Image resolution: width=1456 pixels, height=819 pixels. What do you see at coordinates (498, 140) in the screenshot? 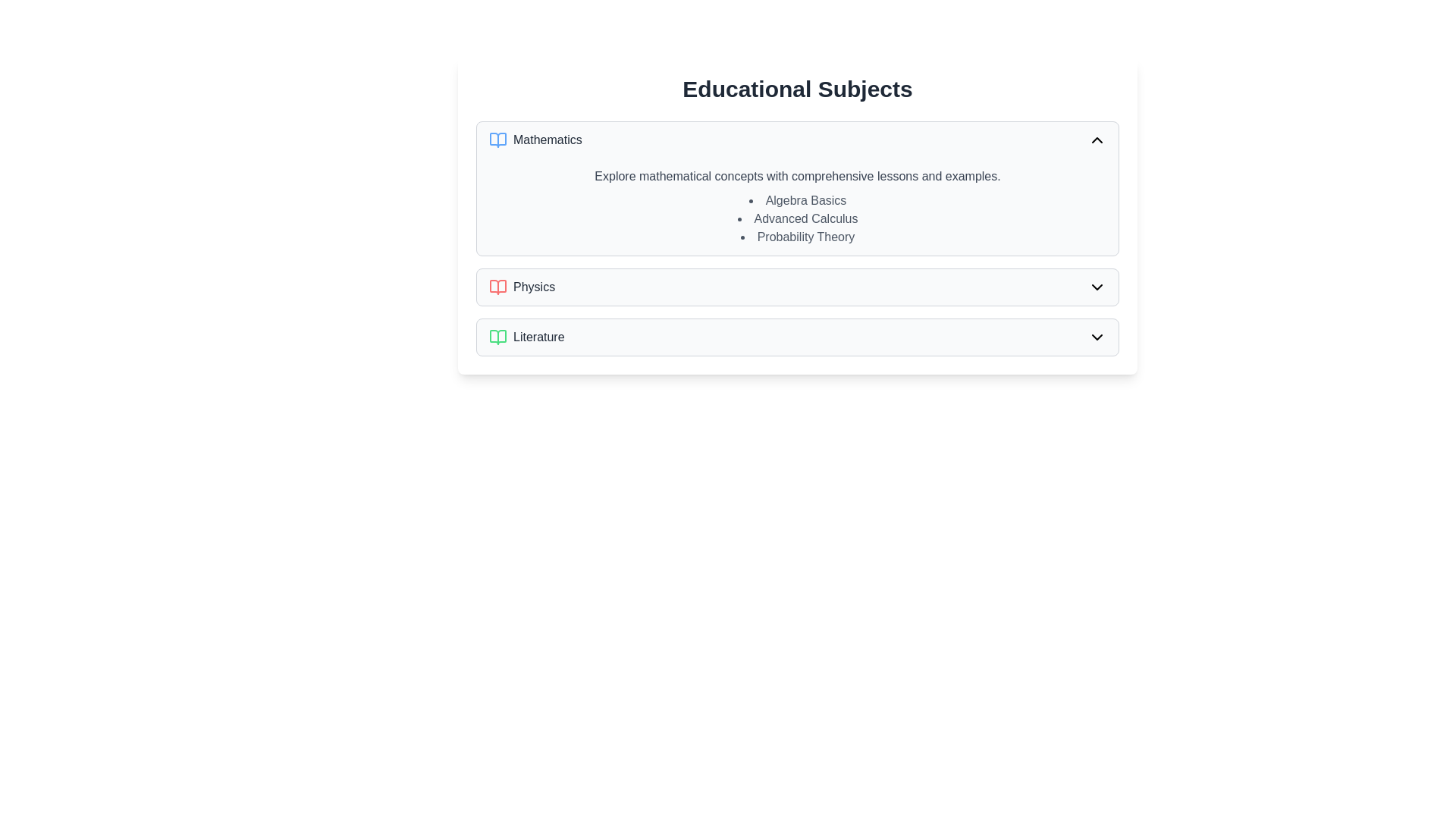
I see `'Mathematics' SVG icon located to the left of the 'Mathematics' text label in the 'Educational Subjects' section using developer tools` at bounding box center [498, 140].